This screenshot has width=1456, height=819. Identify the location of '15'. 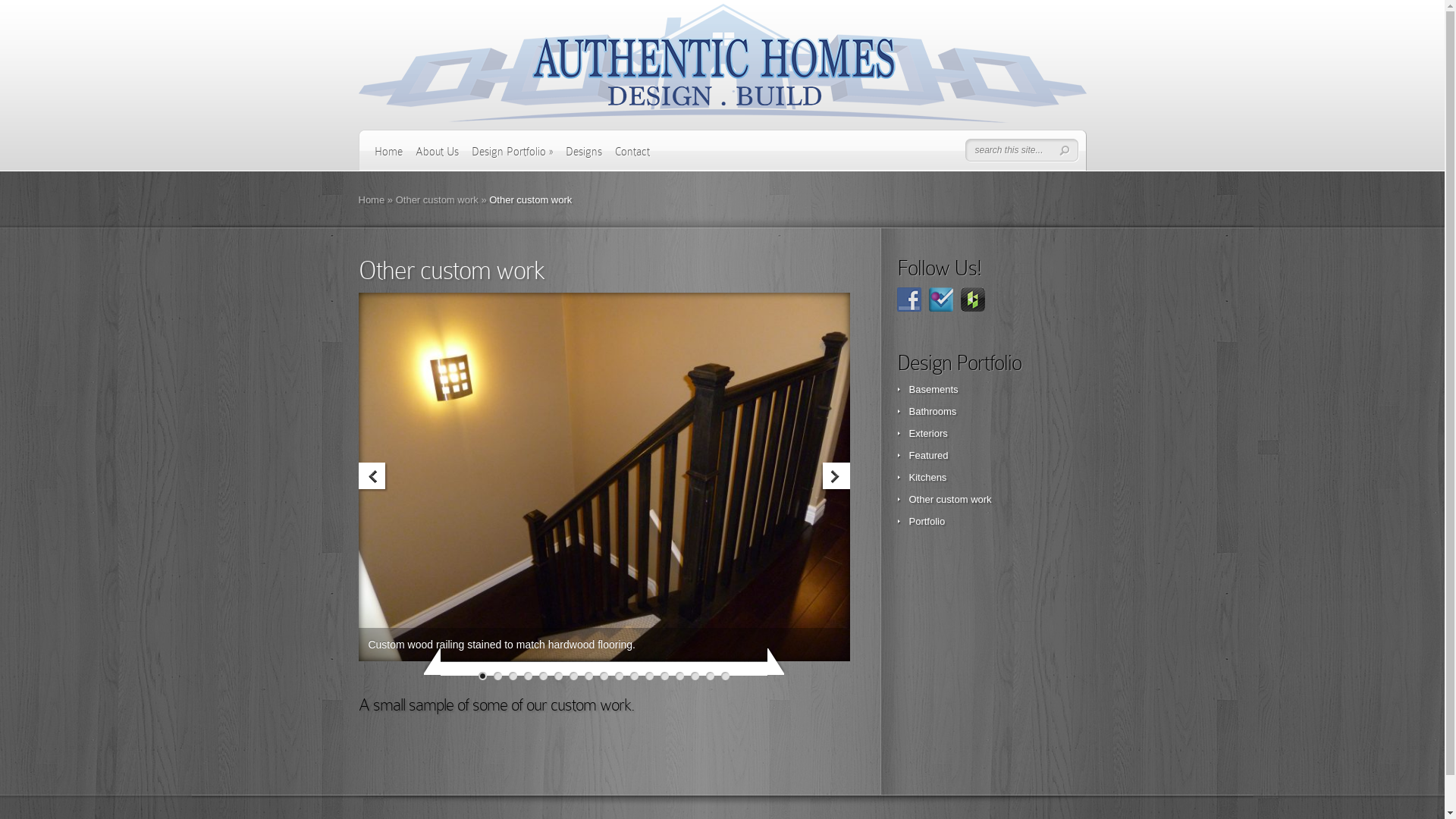
(694, 675).